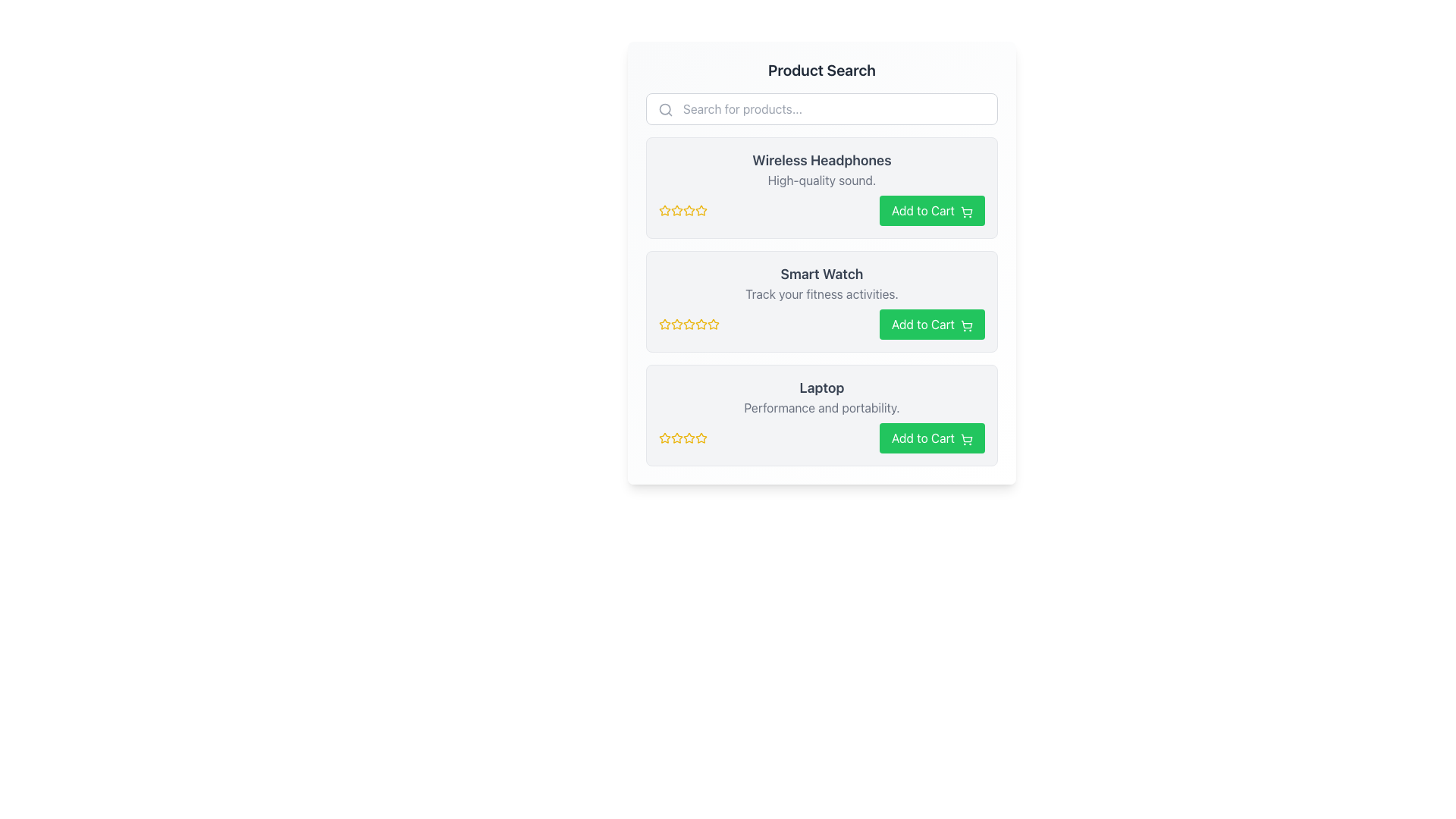 The image size is (1456, 819). I want to click on the text element displaying 'High-quality sound.' located below the 'Wireless Headphones' title within the bordered product card, so click(821, 180).